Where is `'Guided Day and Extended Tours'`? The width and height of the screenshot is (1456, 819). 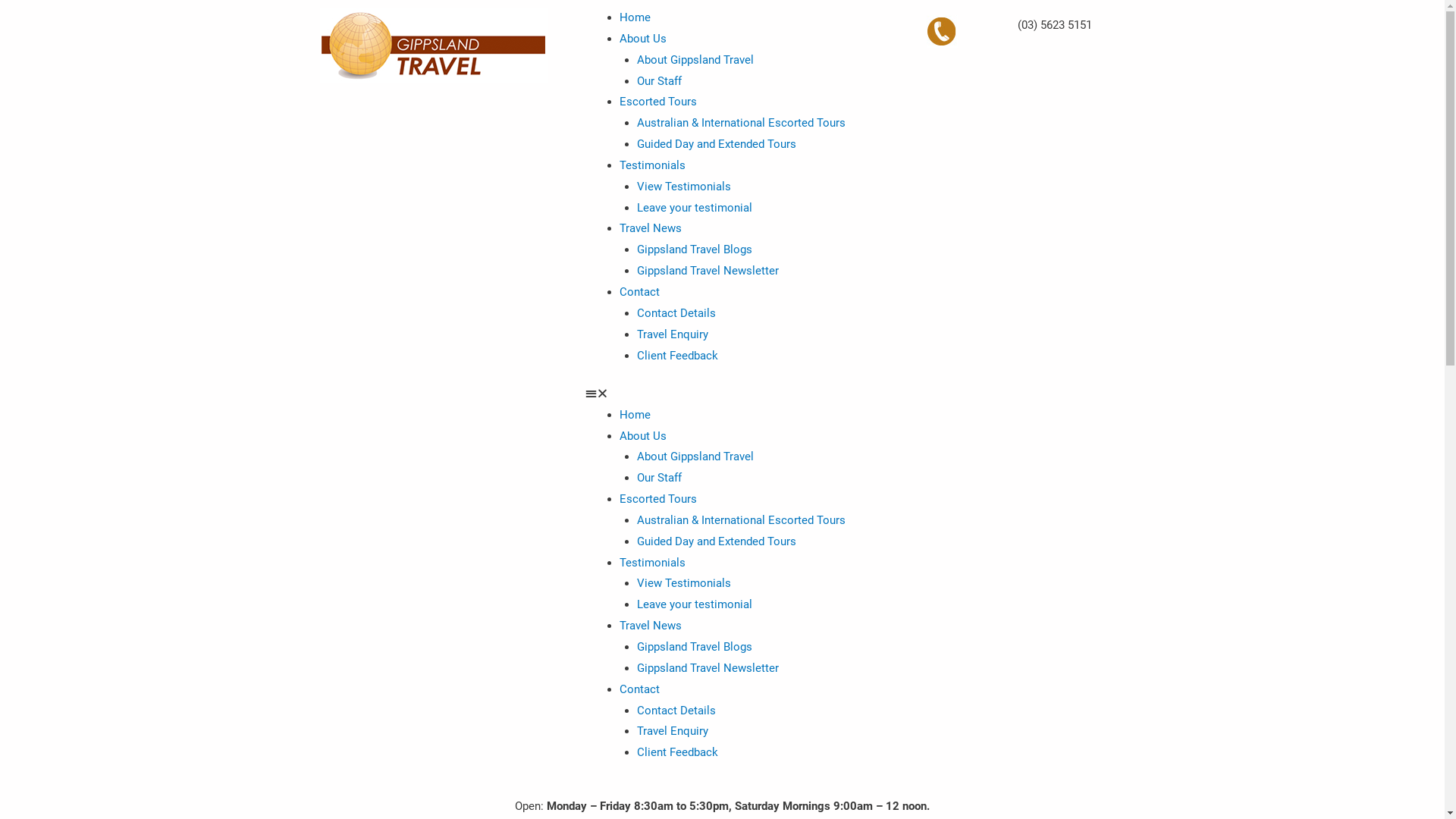
'Guided Day and Extended Tours' is located at coordinates (716, 540).